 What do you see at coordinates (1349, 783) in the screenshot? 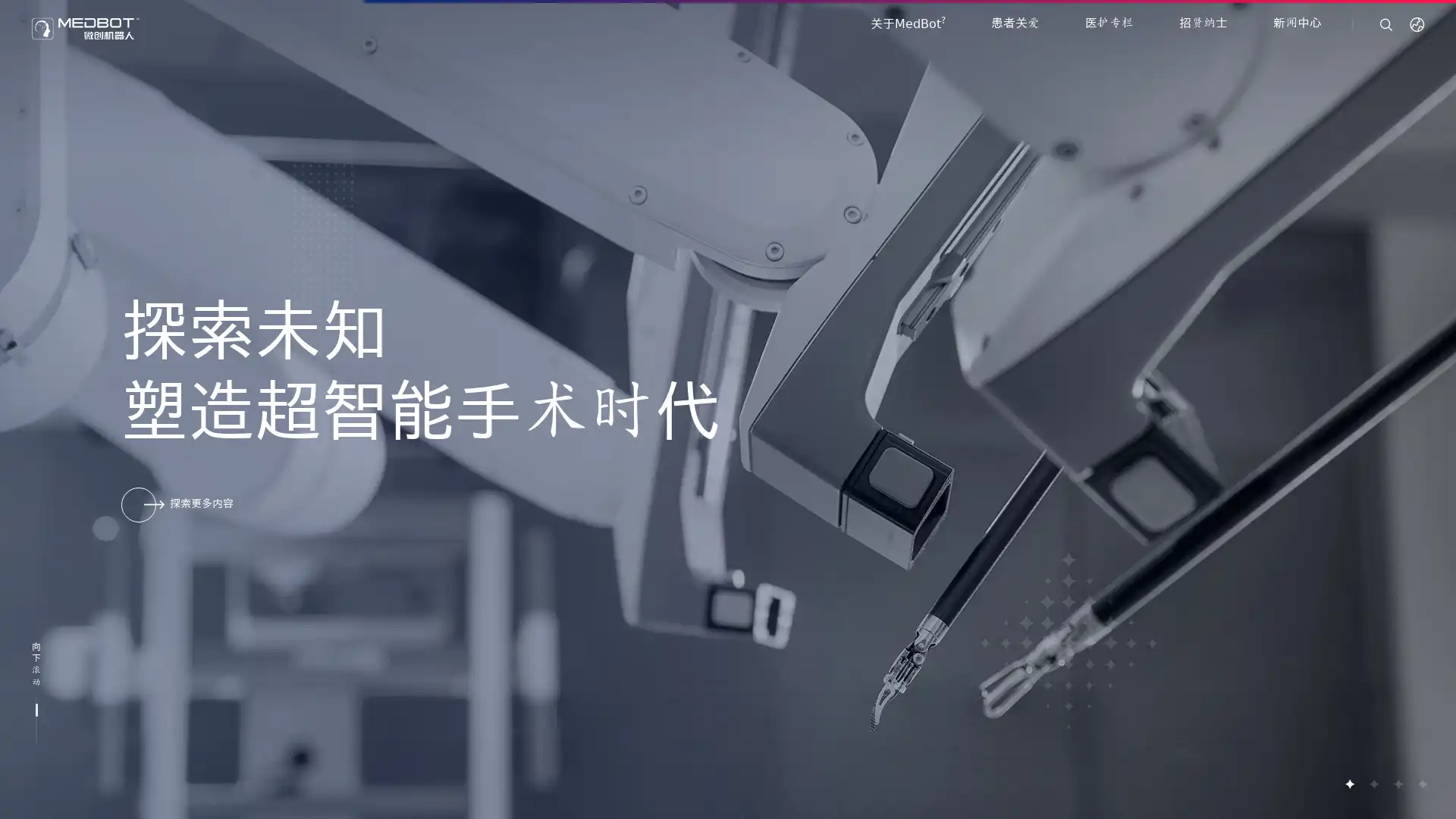
I see `Go to slide 1` at bounding box center [1349, 783].